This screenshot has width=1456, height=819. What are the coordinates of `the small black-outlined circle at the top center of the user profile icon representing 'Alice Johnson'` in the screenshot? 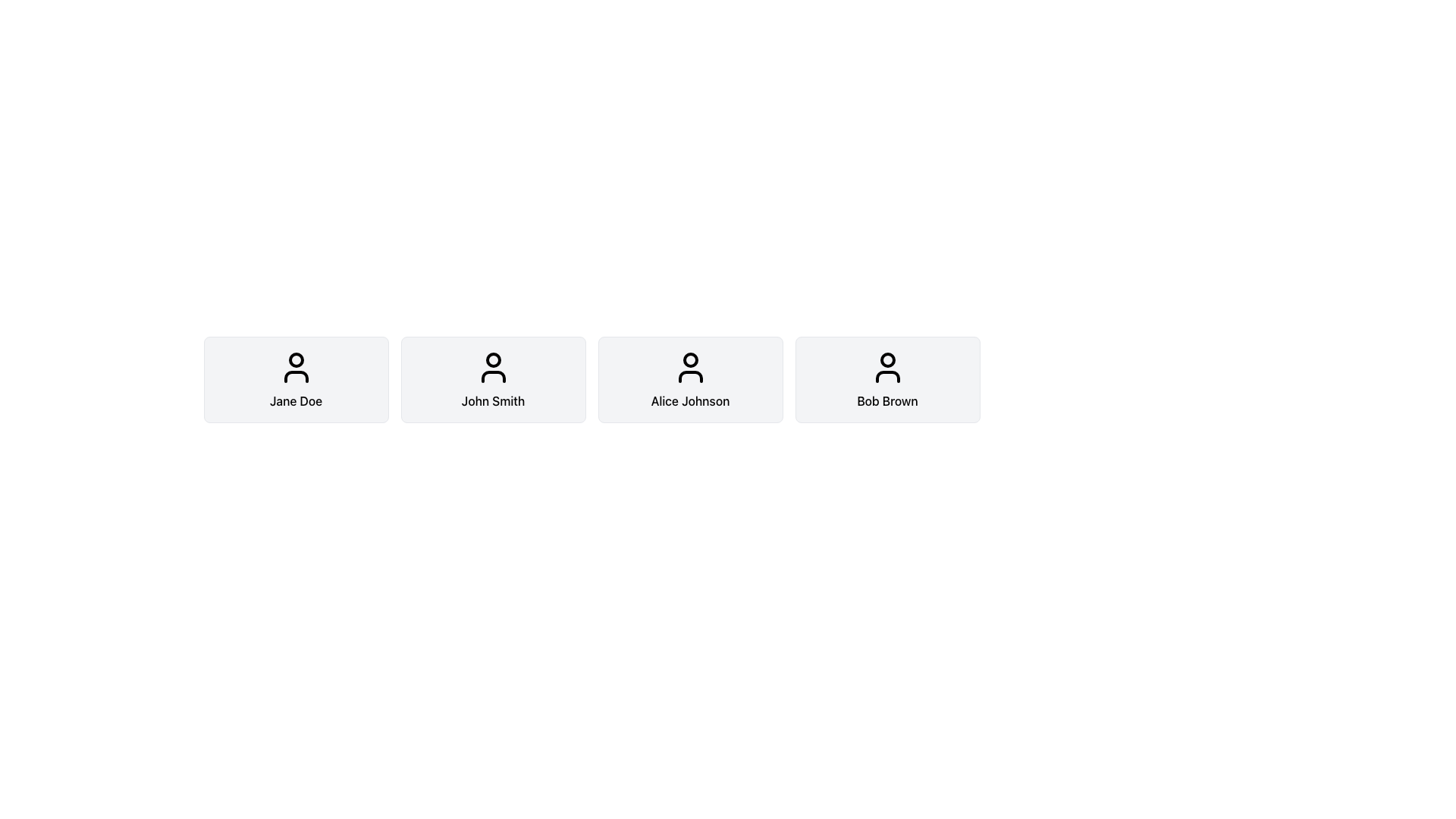 It's located at (689, 359).